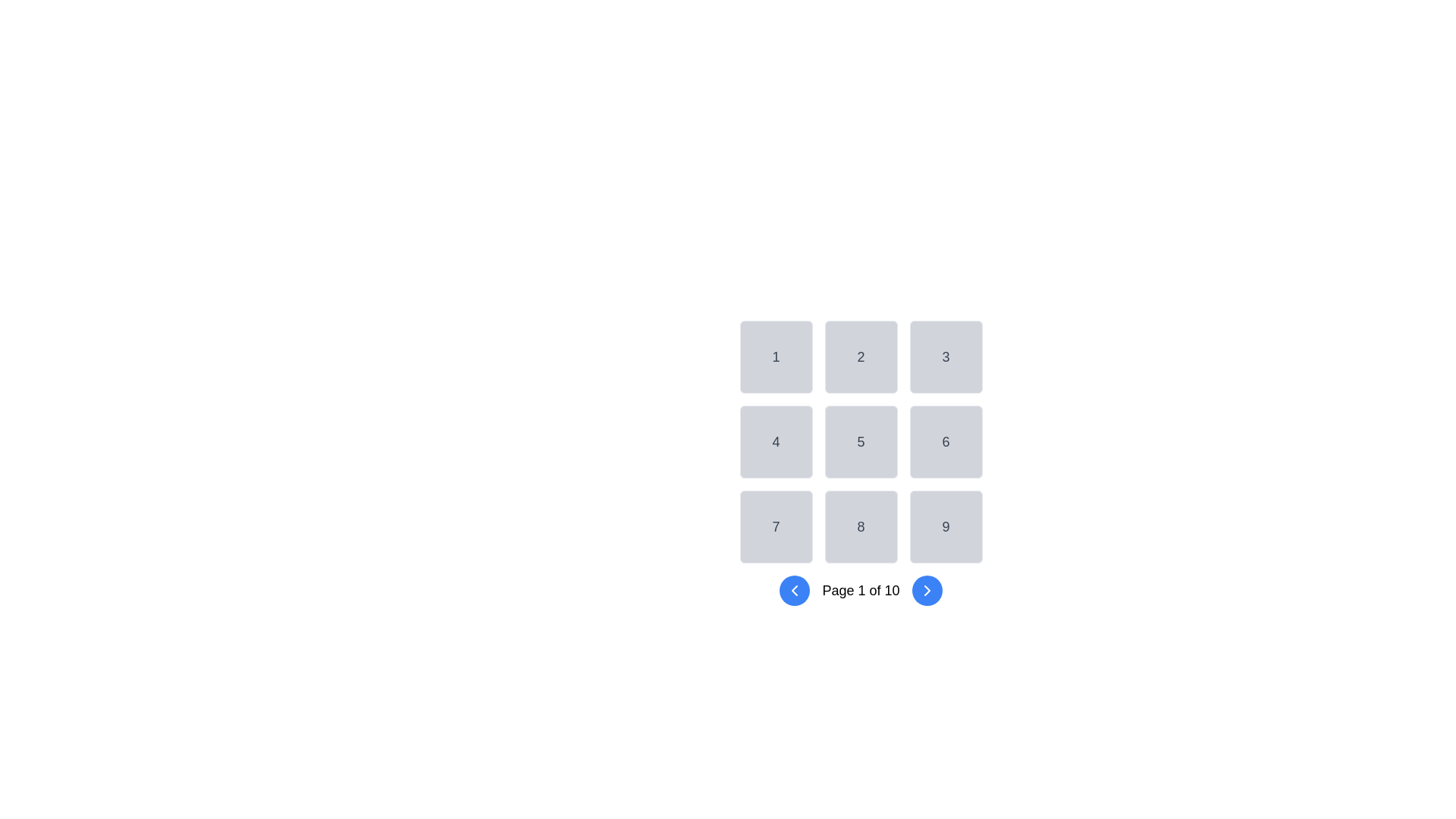 This screenshot has height=819, width=1456. I want to click on the display item located in the third row and first column of the 3x3 grid, which serves as a visual indicator in the UI, so click(776, 526).